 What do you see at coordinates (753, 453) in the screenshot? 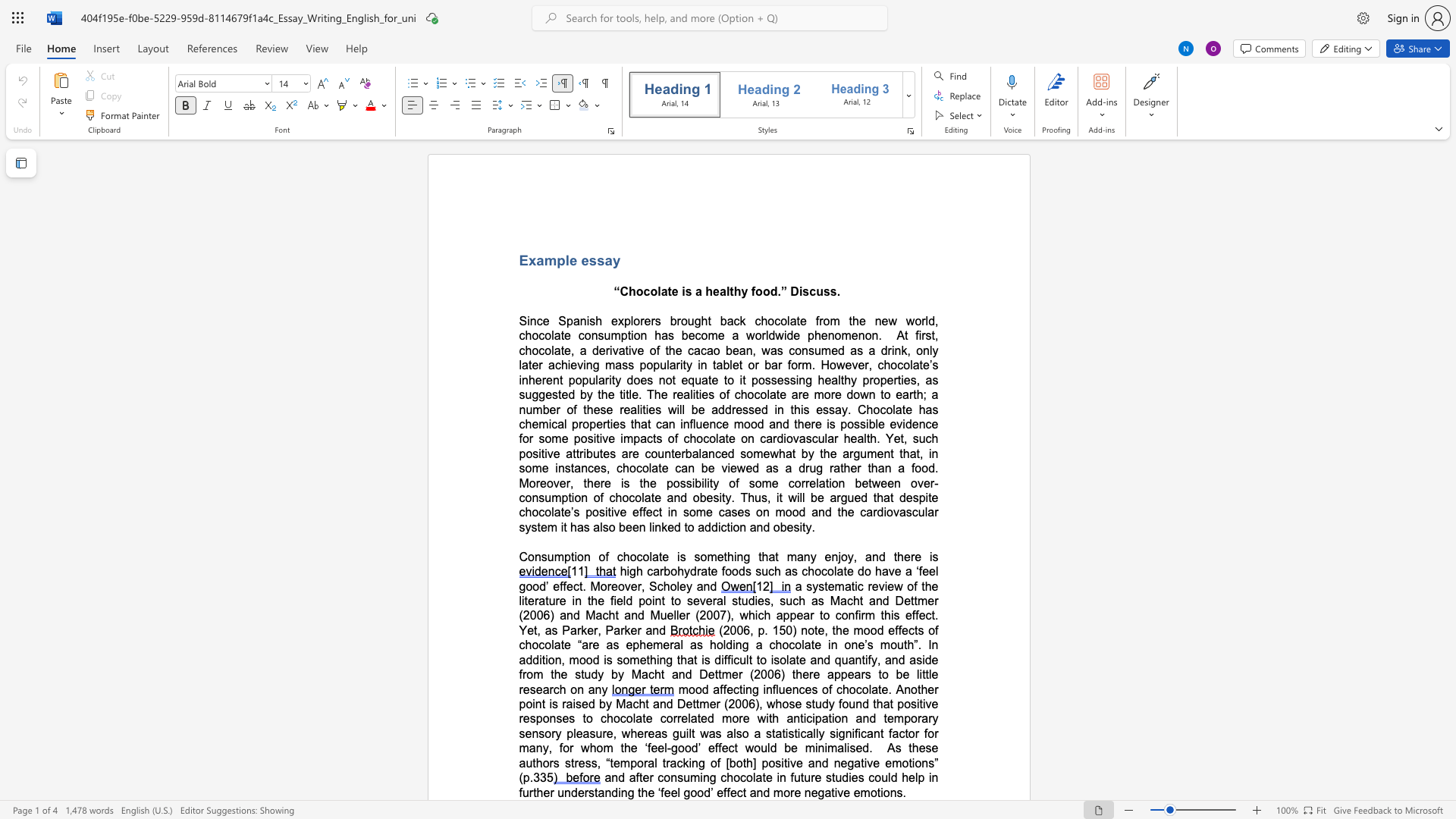
I see `the subset text "mewha" within the text "somewhat by"` at bounding box center [753, 453].